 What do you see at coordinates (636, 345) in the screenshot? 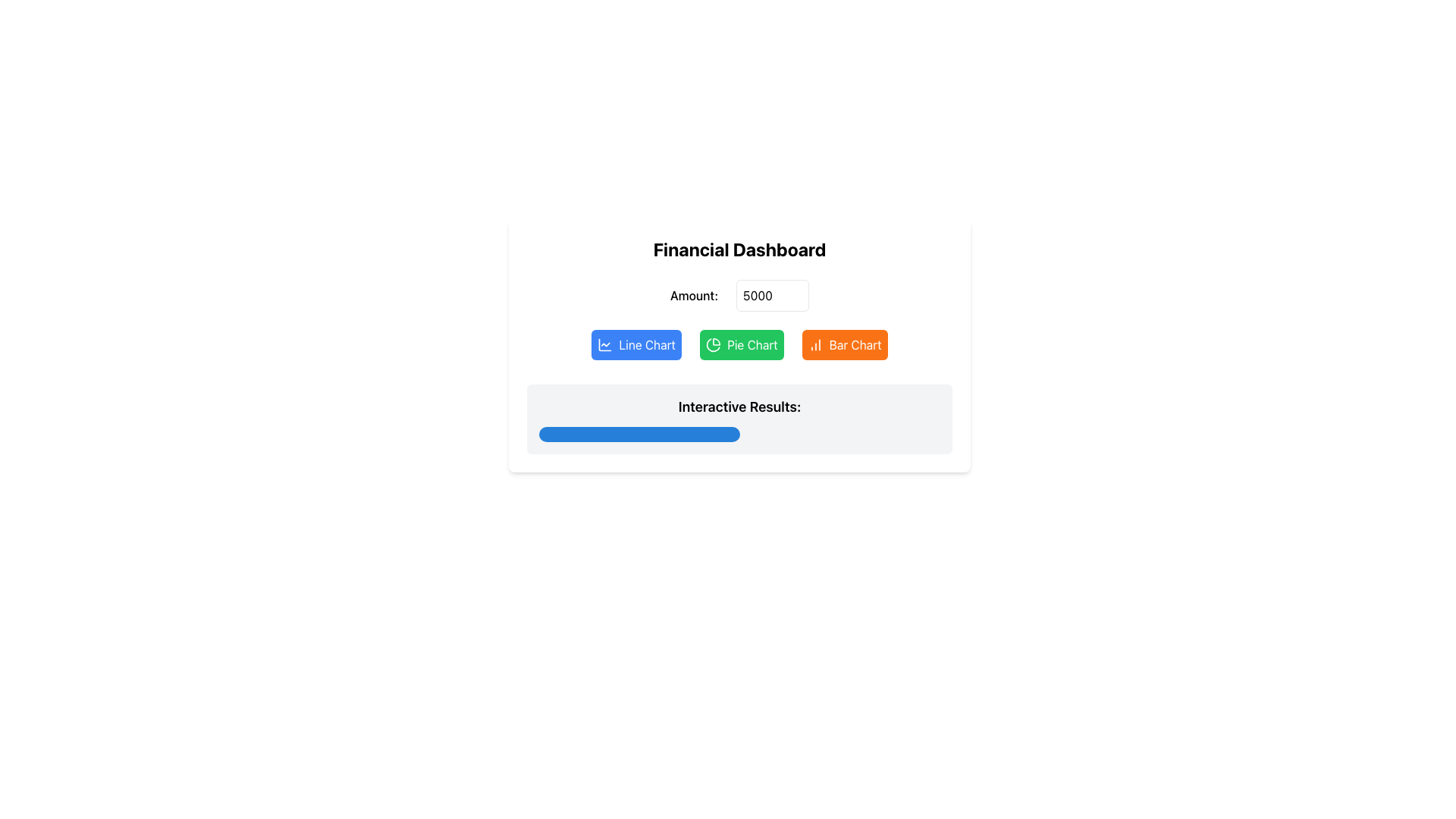
I see `the 'Line Chart' button, which is the first button in a row below a financial amount label, to observe any visual feedback` at bounding box center [636, 345].